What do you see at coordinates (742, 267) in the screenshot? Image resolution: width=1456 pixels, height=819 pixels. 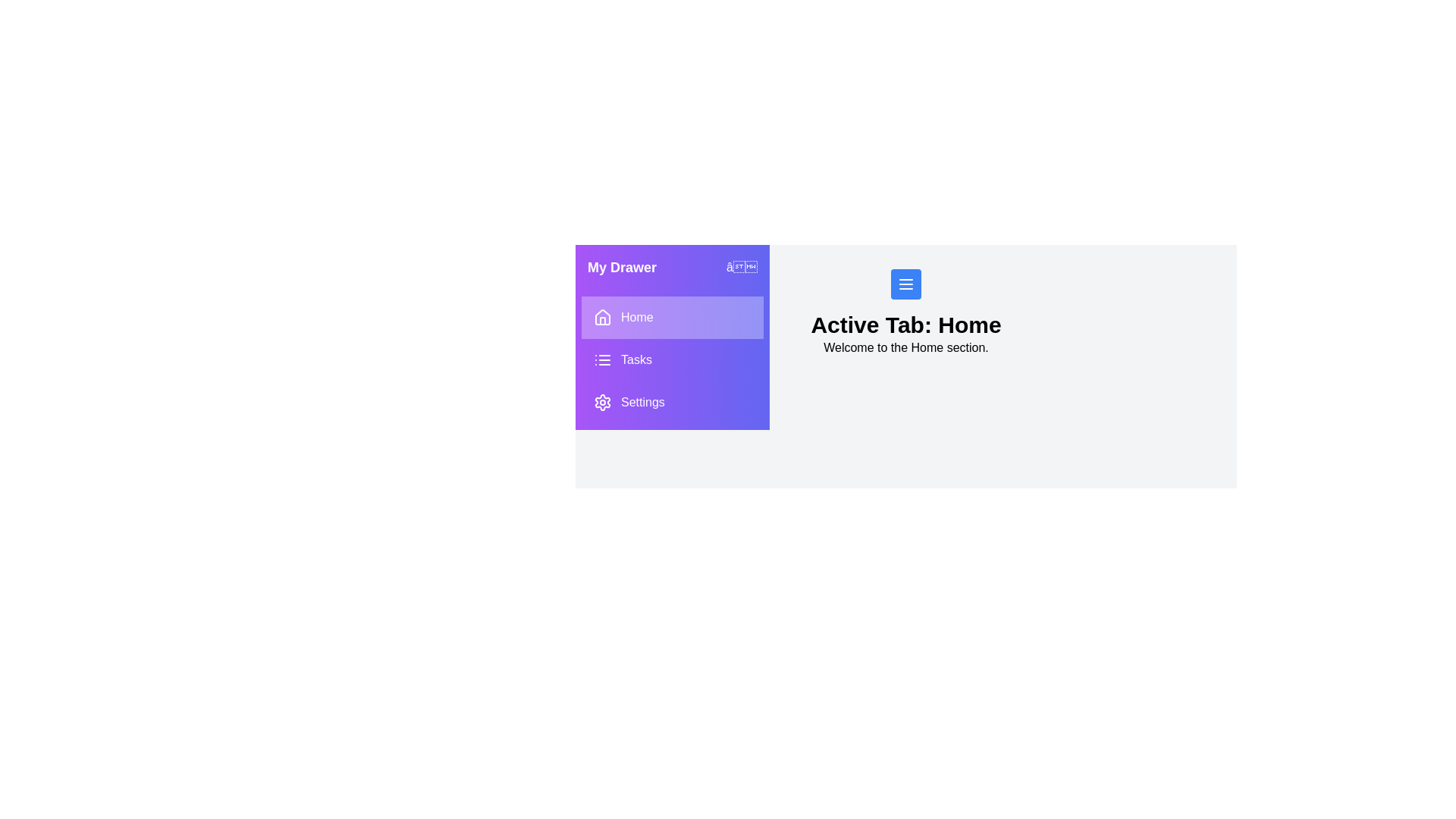 I see `the close button to toggle the drawer closed` at bounding box center [742, 267].